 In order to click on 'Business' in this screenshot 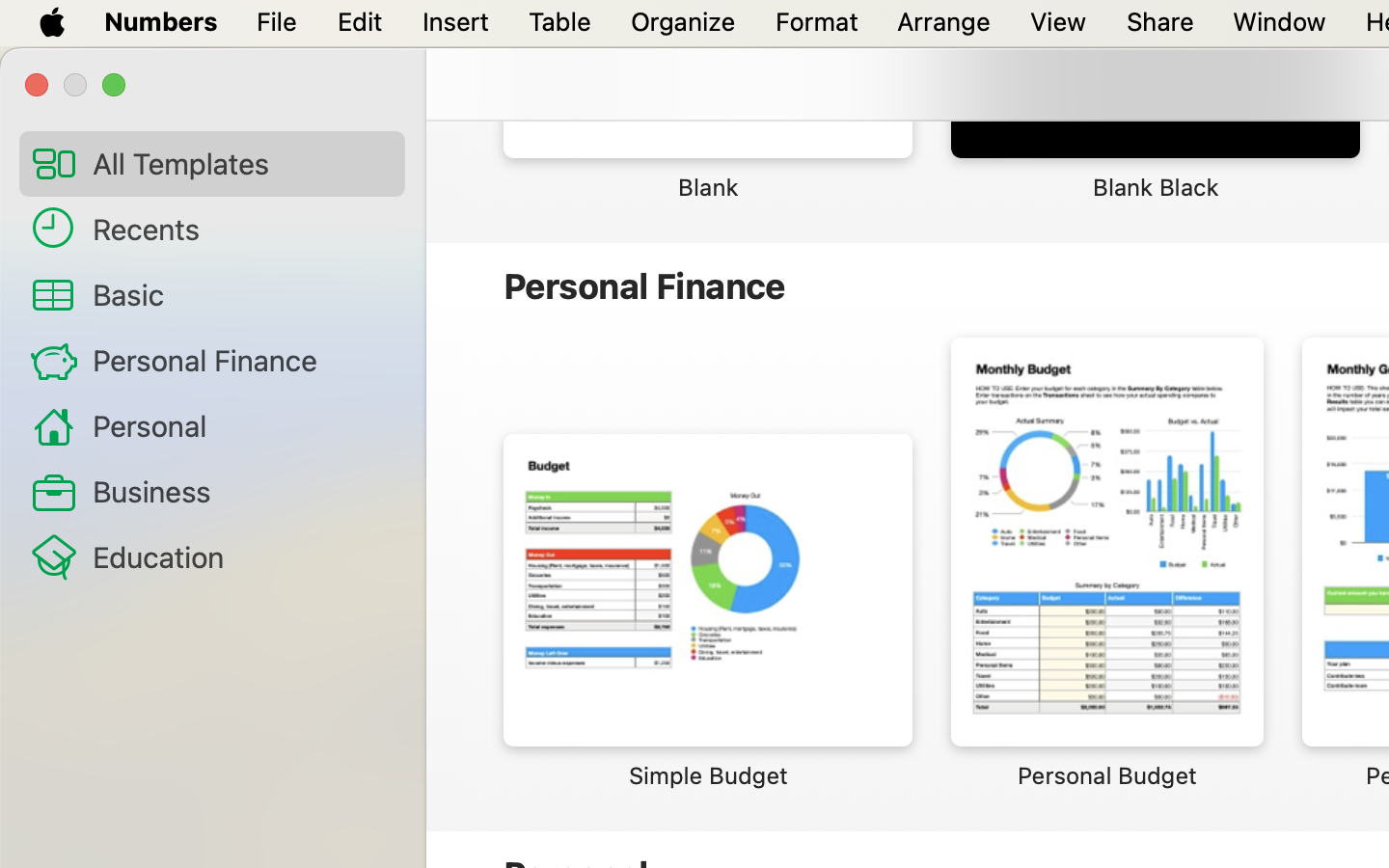, I will do `click(239, 490)`.